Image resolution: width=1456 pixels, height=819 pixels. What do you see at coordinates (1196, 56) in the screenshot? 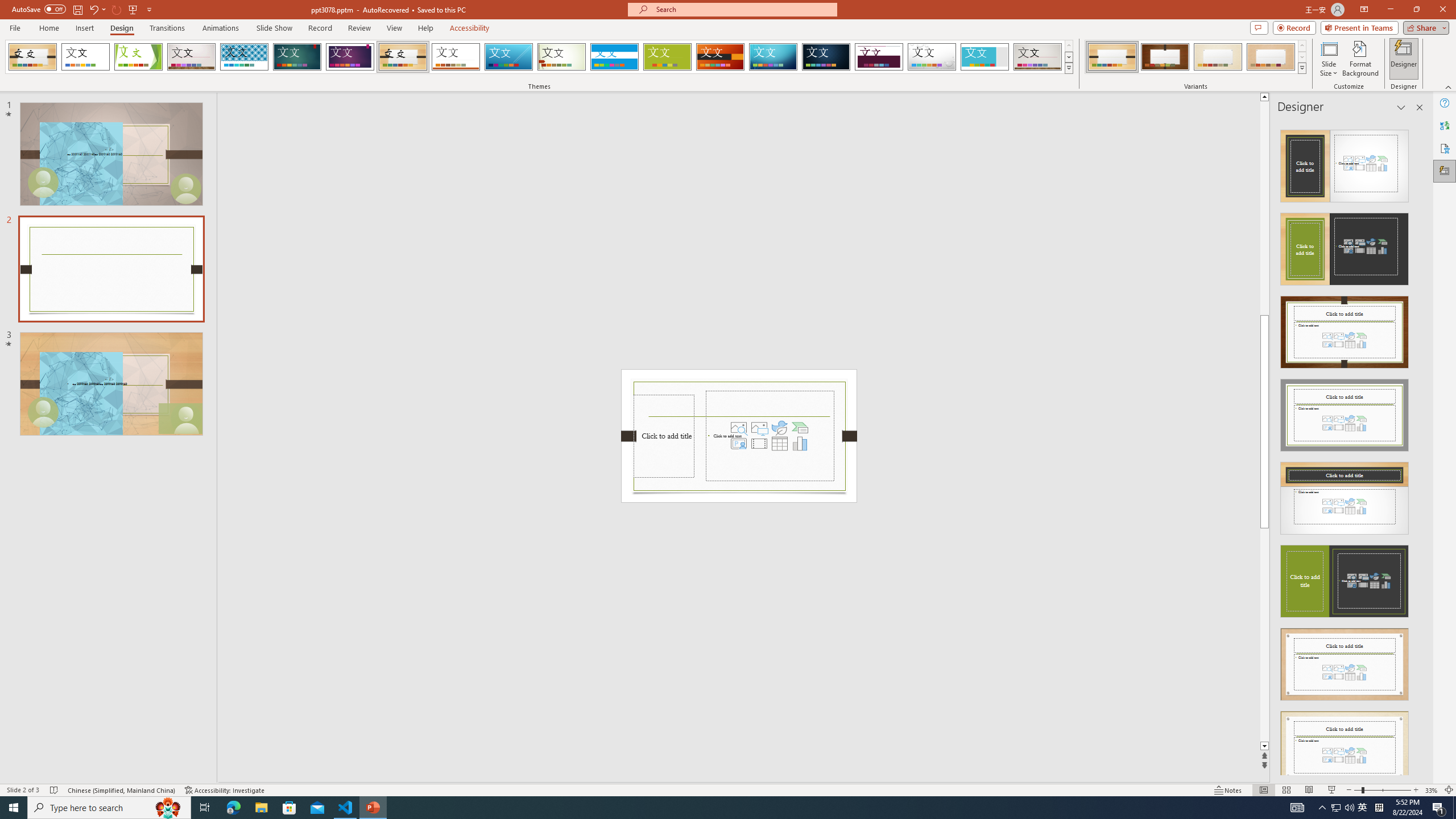
I see `'AutomationID: ThemeVariantsGallery'` at bounding box center [1196, 56].